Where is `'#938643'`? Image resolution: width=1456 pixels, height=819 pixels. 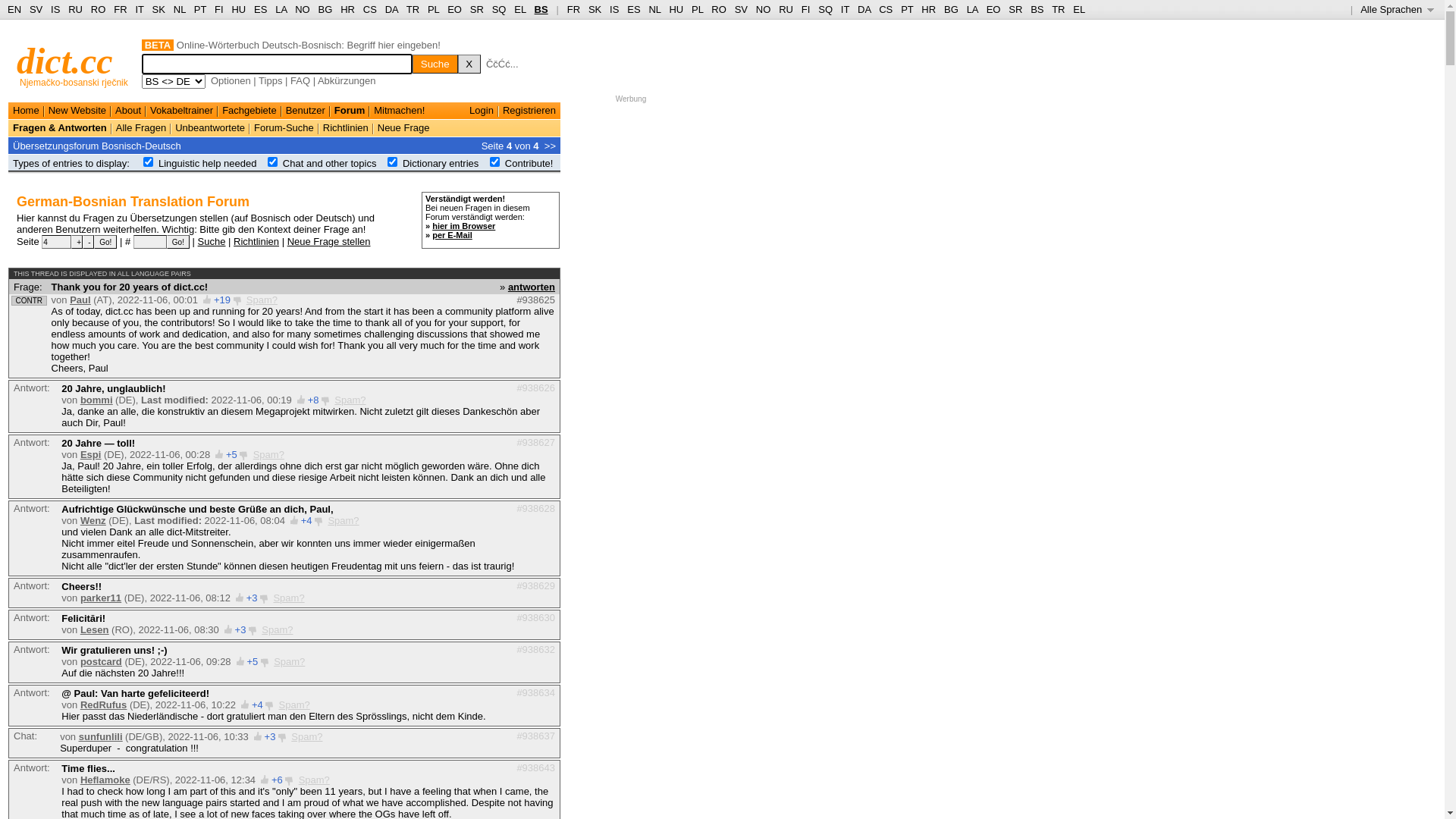
'#938643' is located at coordinates (535, 767).